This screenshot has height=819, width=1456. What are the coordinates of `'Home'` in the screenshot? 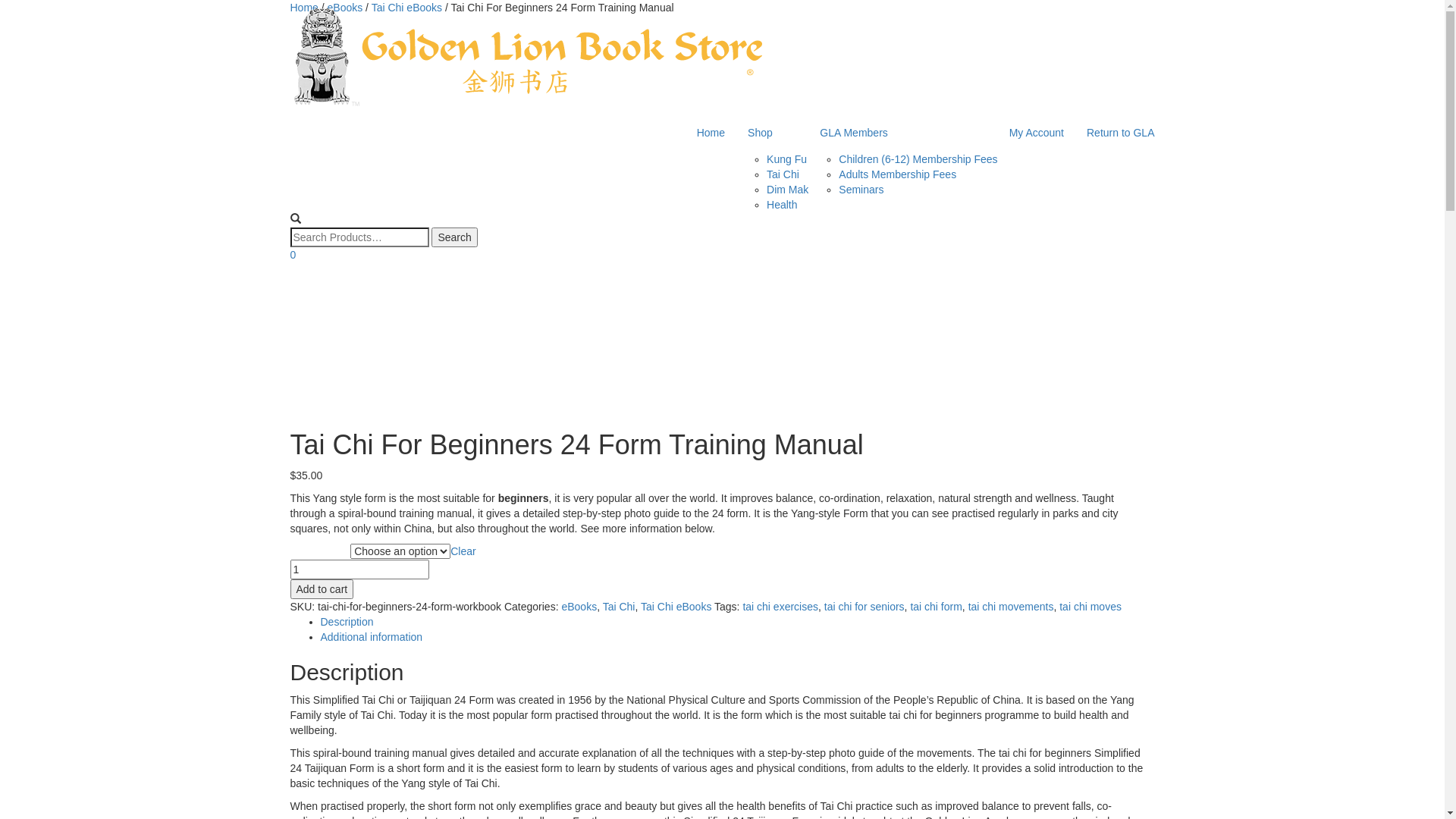 It's located at (710, 131).